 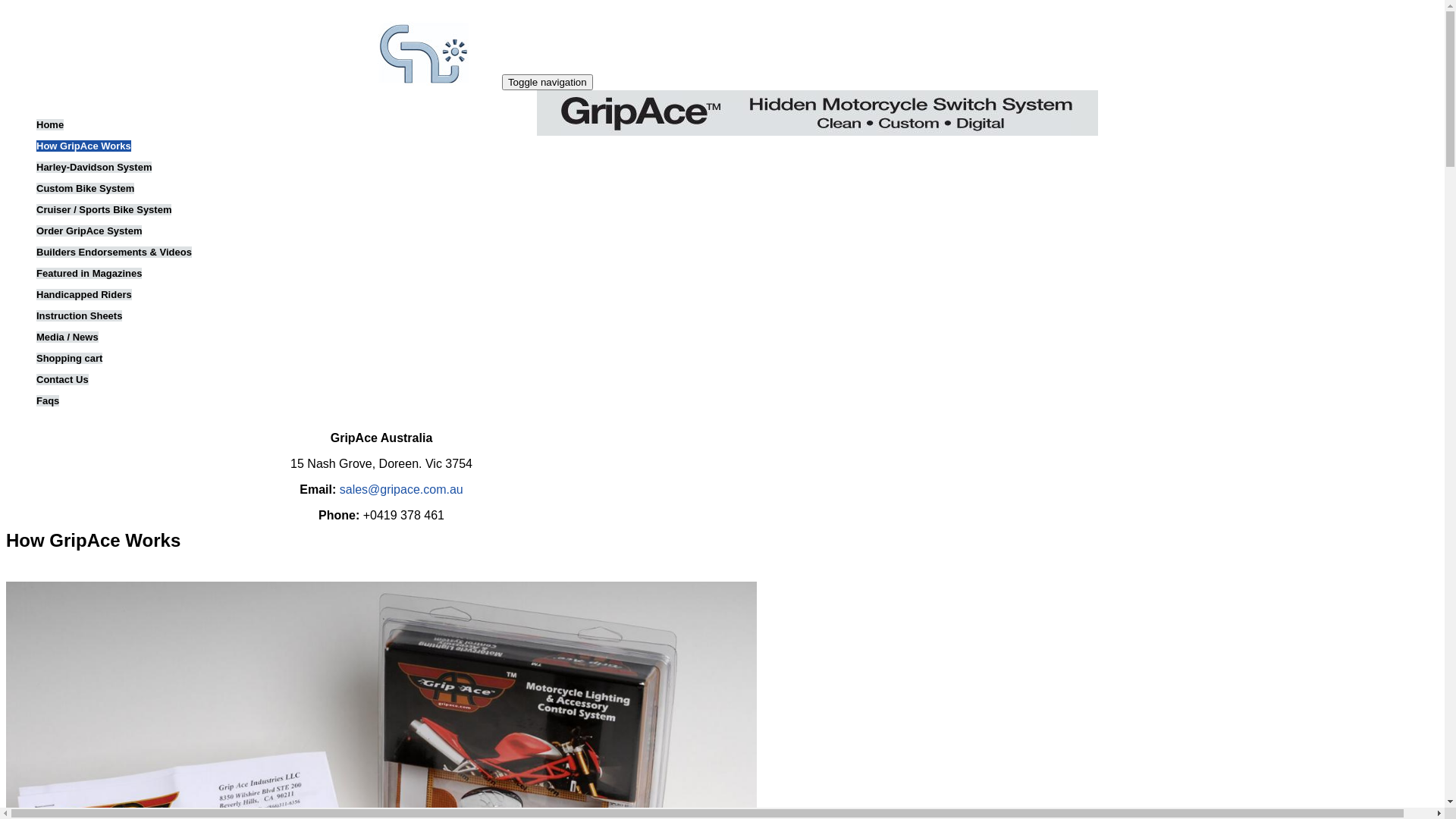 What do you see at coordinates (88, 231) in the screenshot?
I see `'Order GripAce System'` at bounding box center [88, 231].